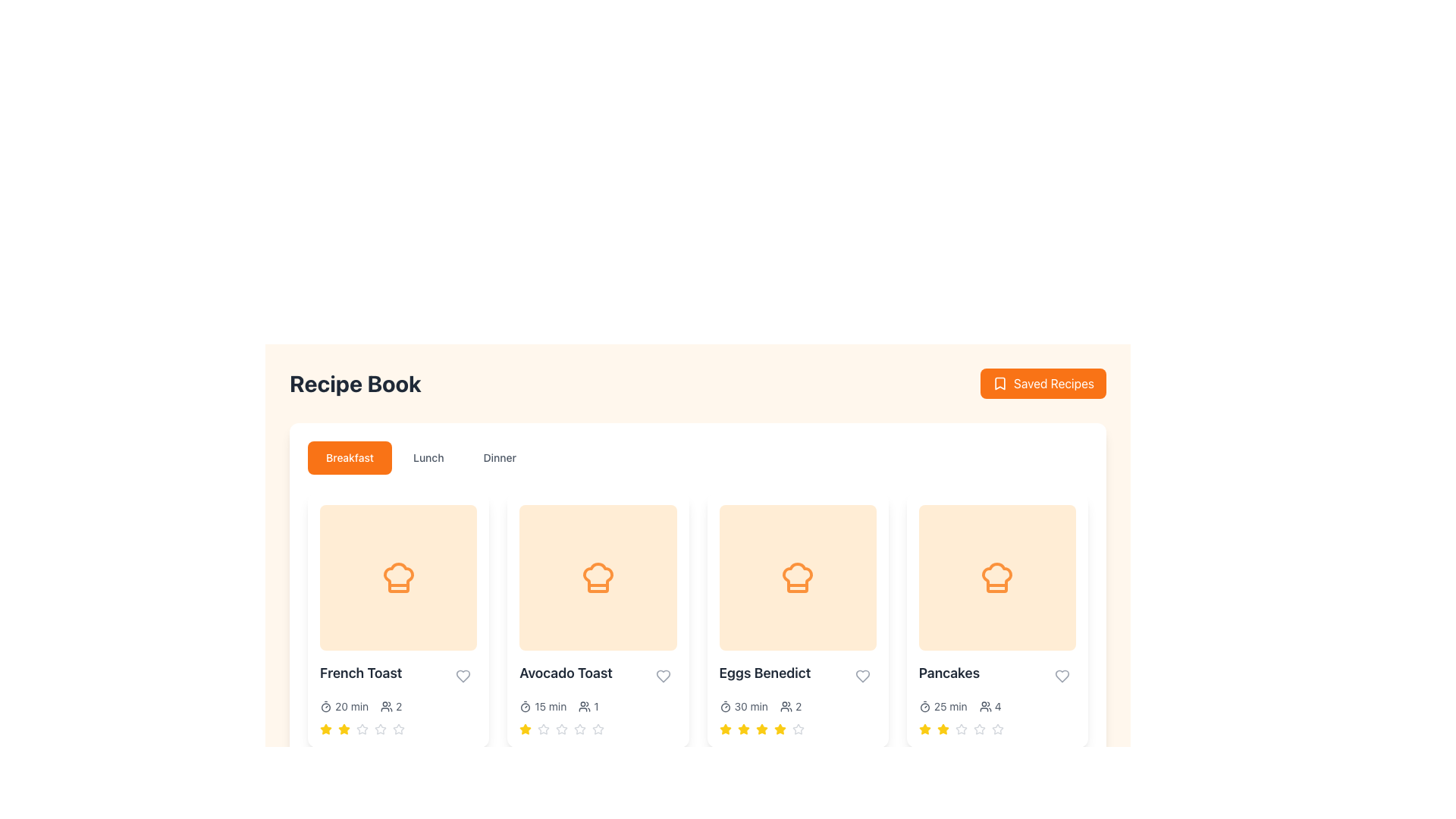  I want to click on the 'Dinner' button, so click(500, 457).